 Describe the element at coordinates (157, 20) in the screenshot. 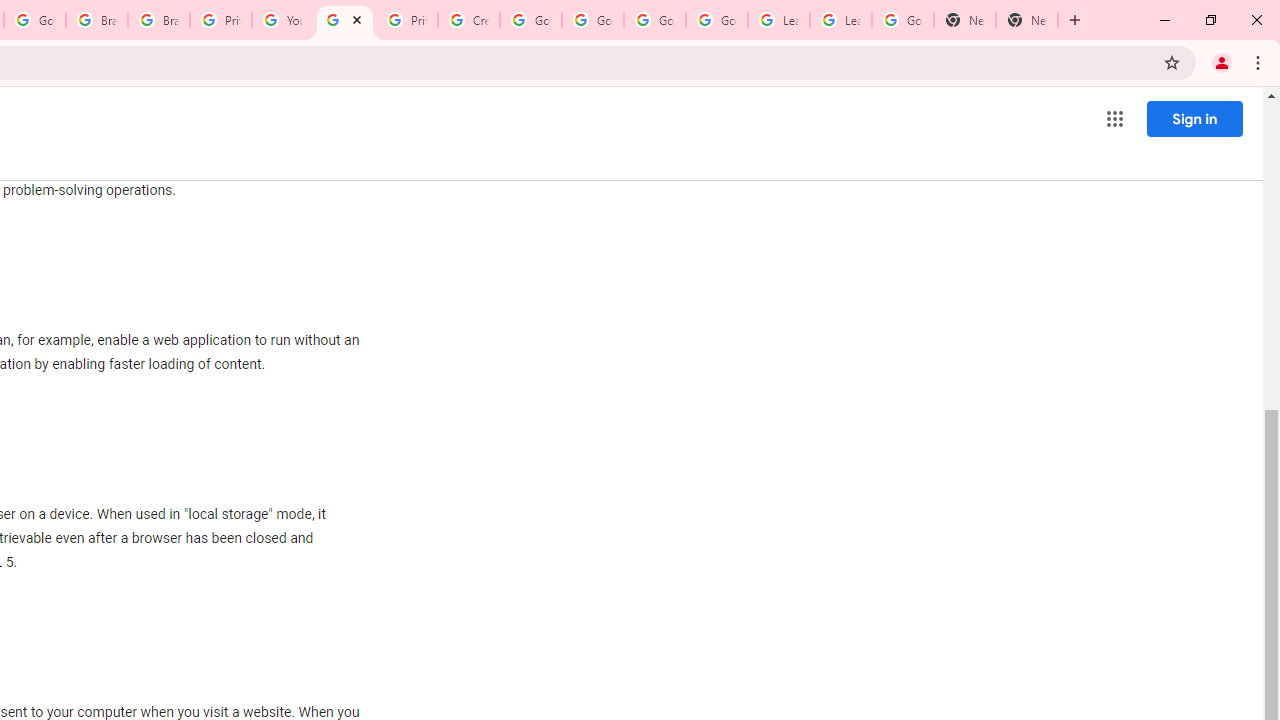

I see `'Brand Resource Center'` at that location.